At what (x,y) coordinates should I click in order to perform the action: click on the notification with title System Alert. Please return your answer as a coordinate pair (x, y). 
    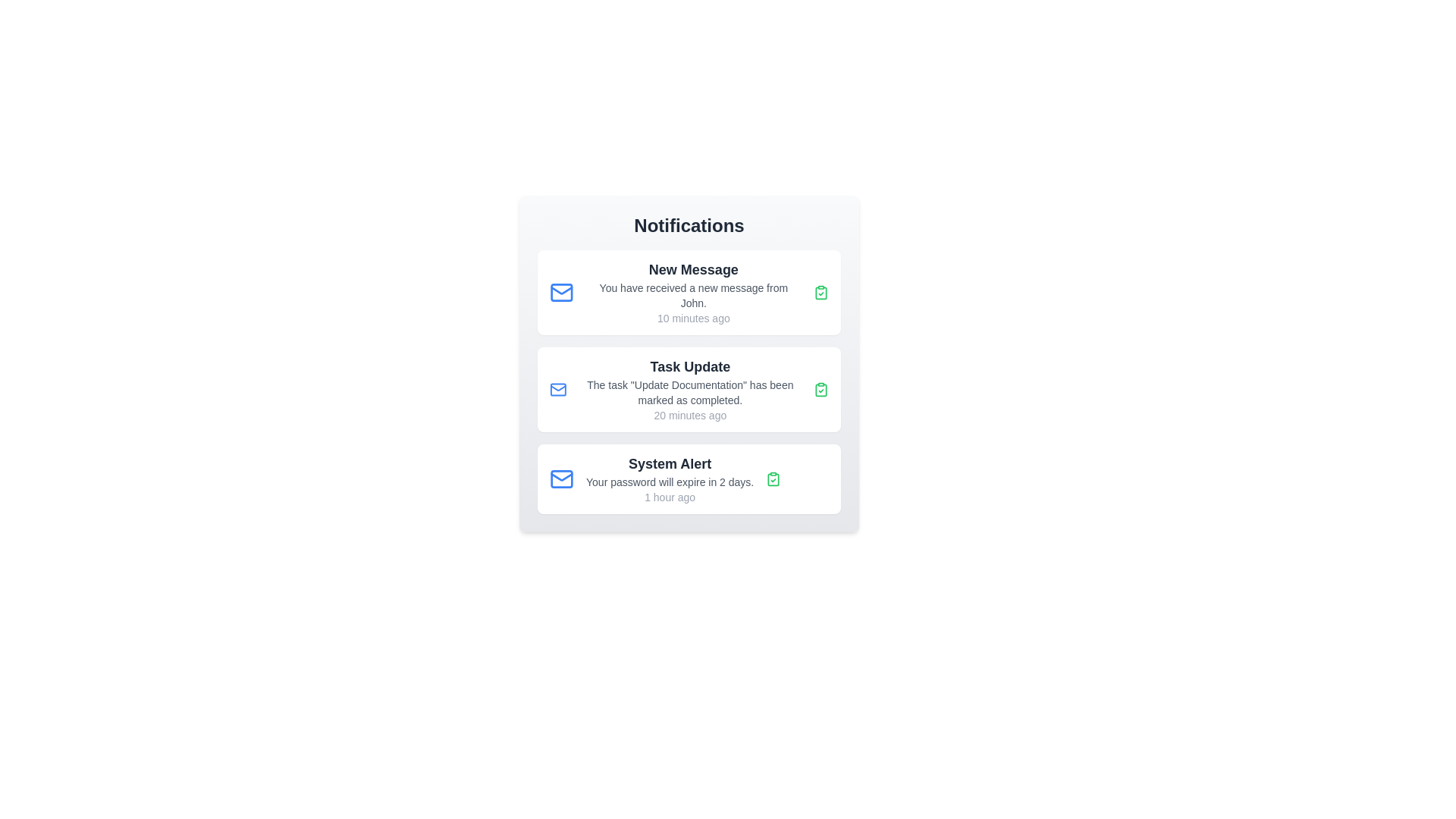
    Looking at the image, I should click on (688, 479).